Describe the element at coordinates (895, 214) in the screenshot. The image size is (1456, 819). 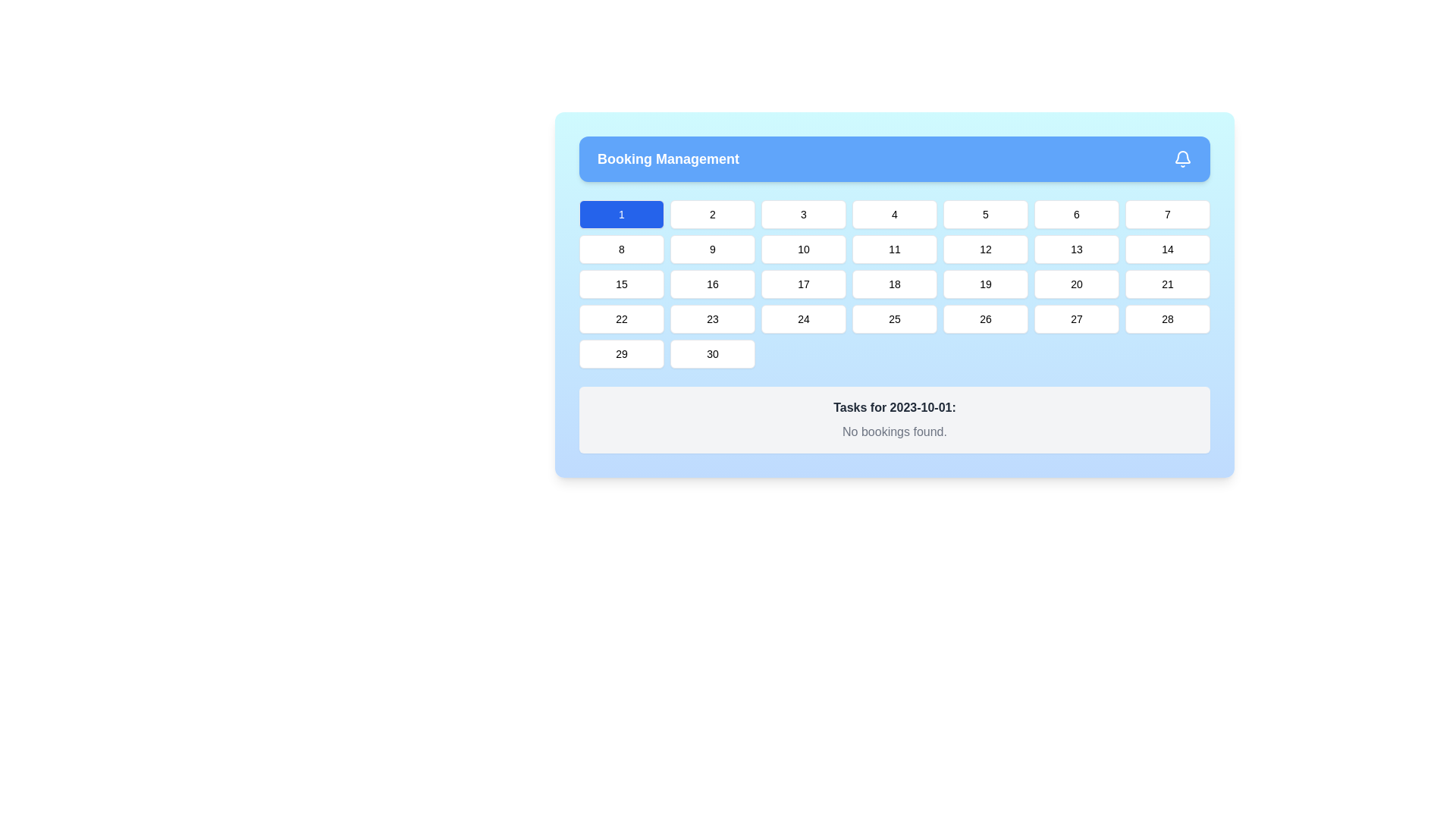
I see `the button representing the number 4, located` at that location.